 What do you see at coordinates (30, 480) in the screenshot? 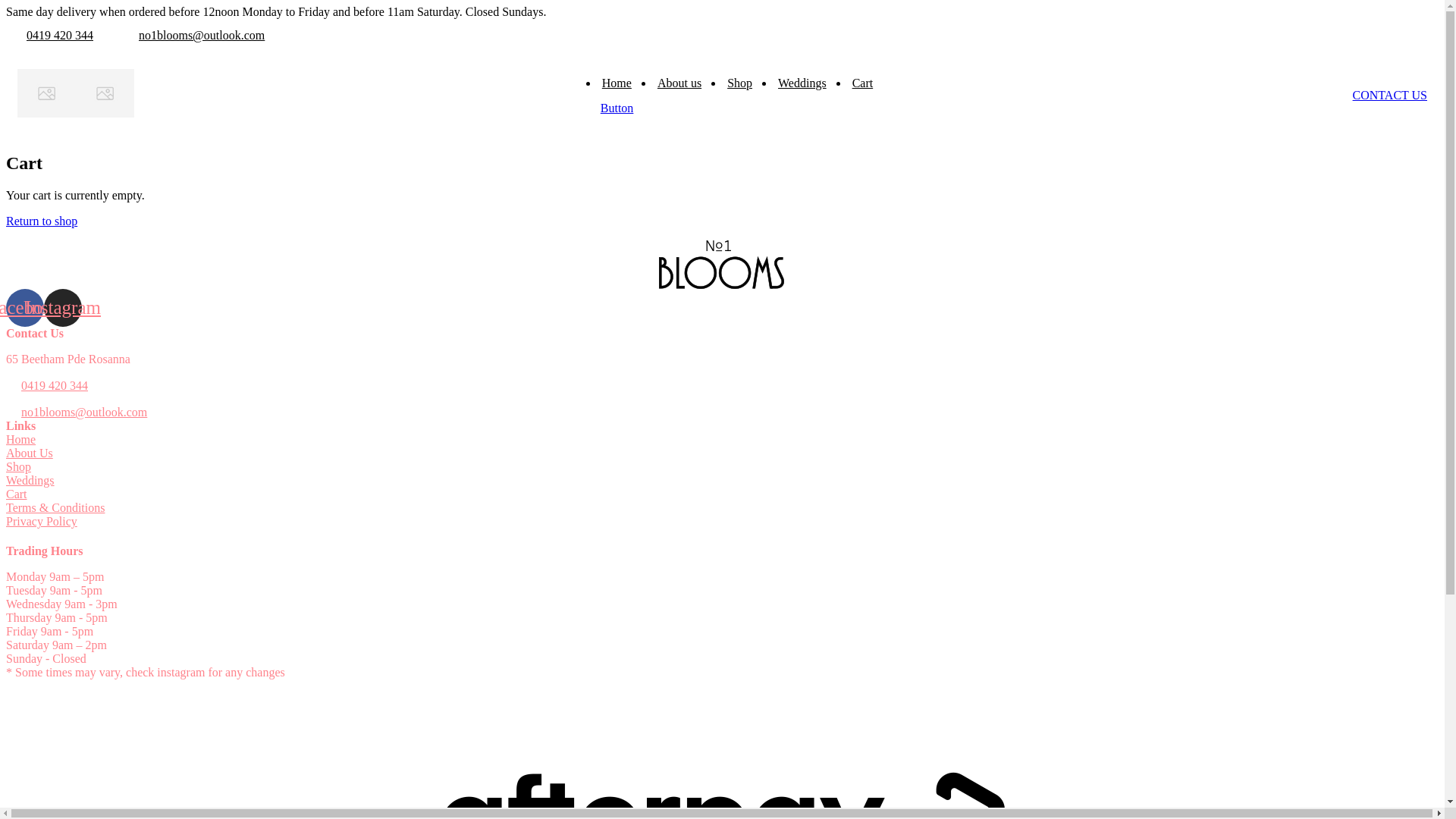
I see `'Weddings'` at bounding box center [30, 480].